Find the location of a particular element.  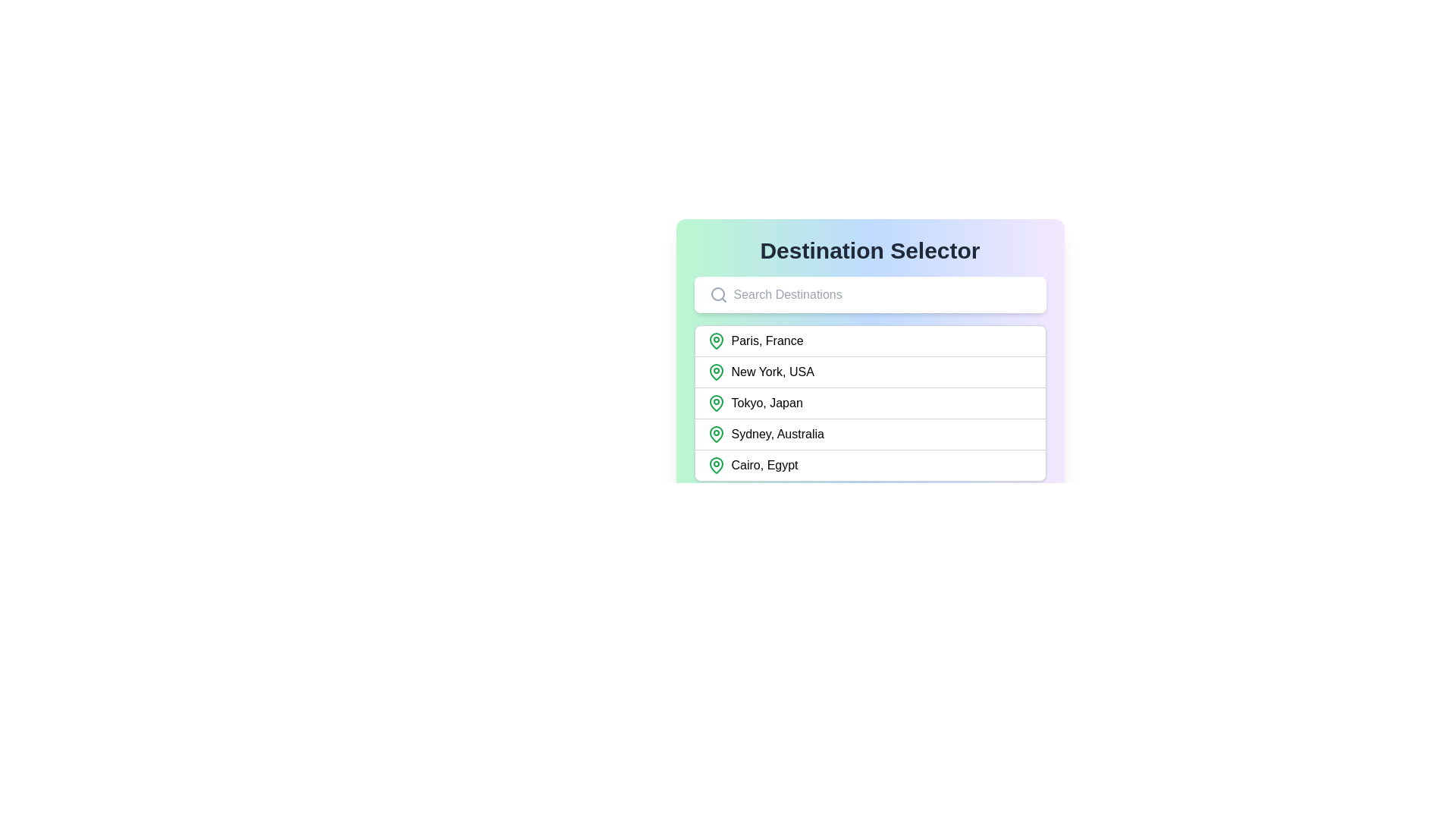

the pin-shaped map icon with a green outline located to the left of the text 'Cairo, Egypt' is located at coordinates (715, 464).